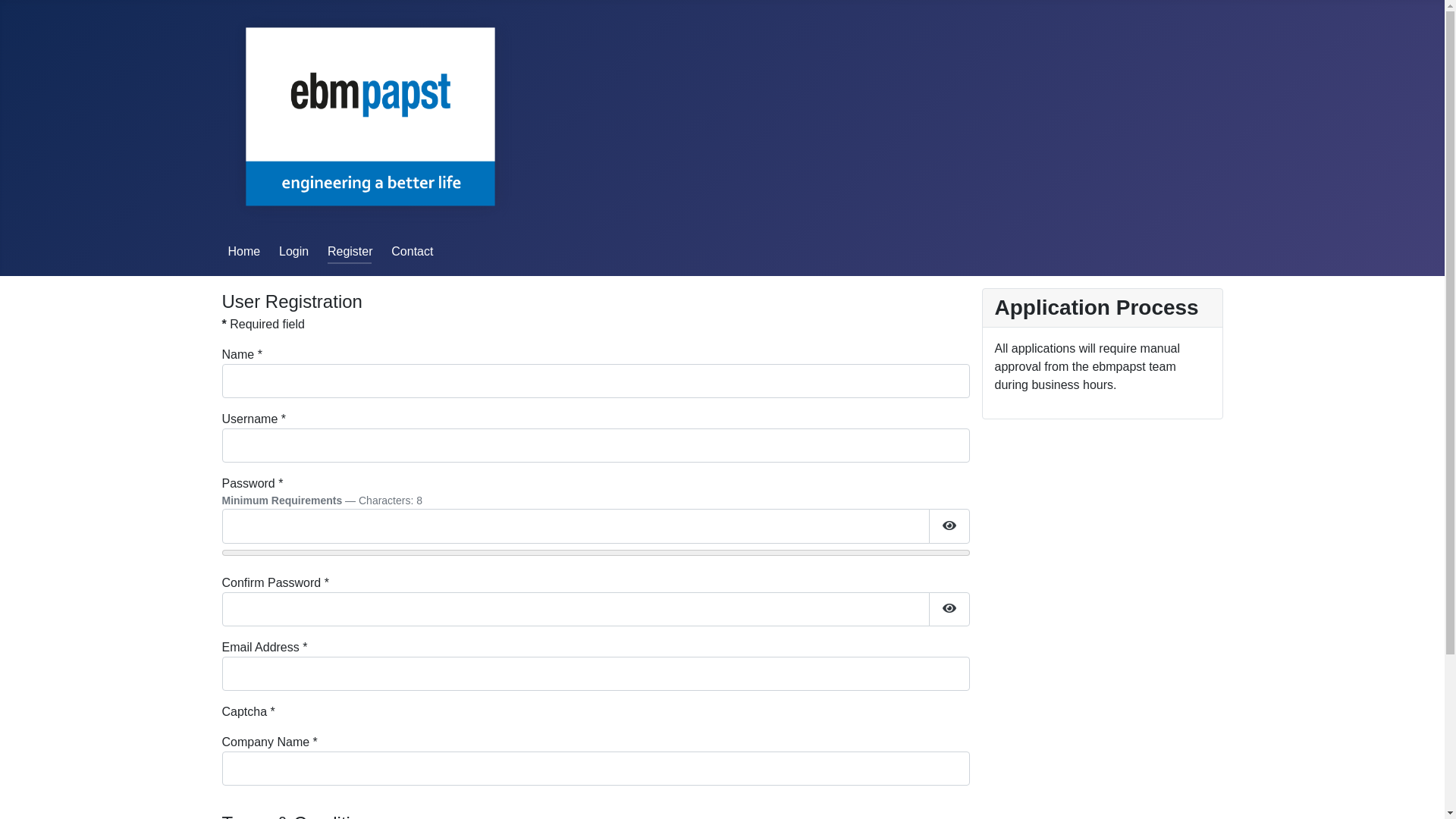  I want to click on 'Home', so click(243, 250).